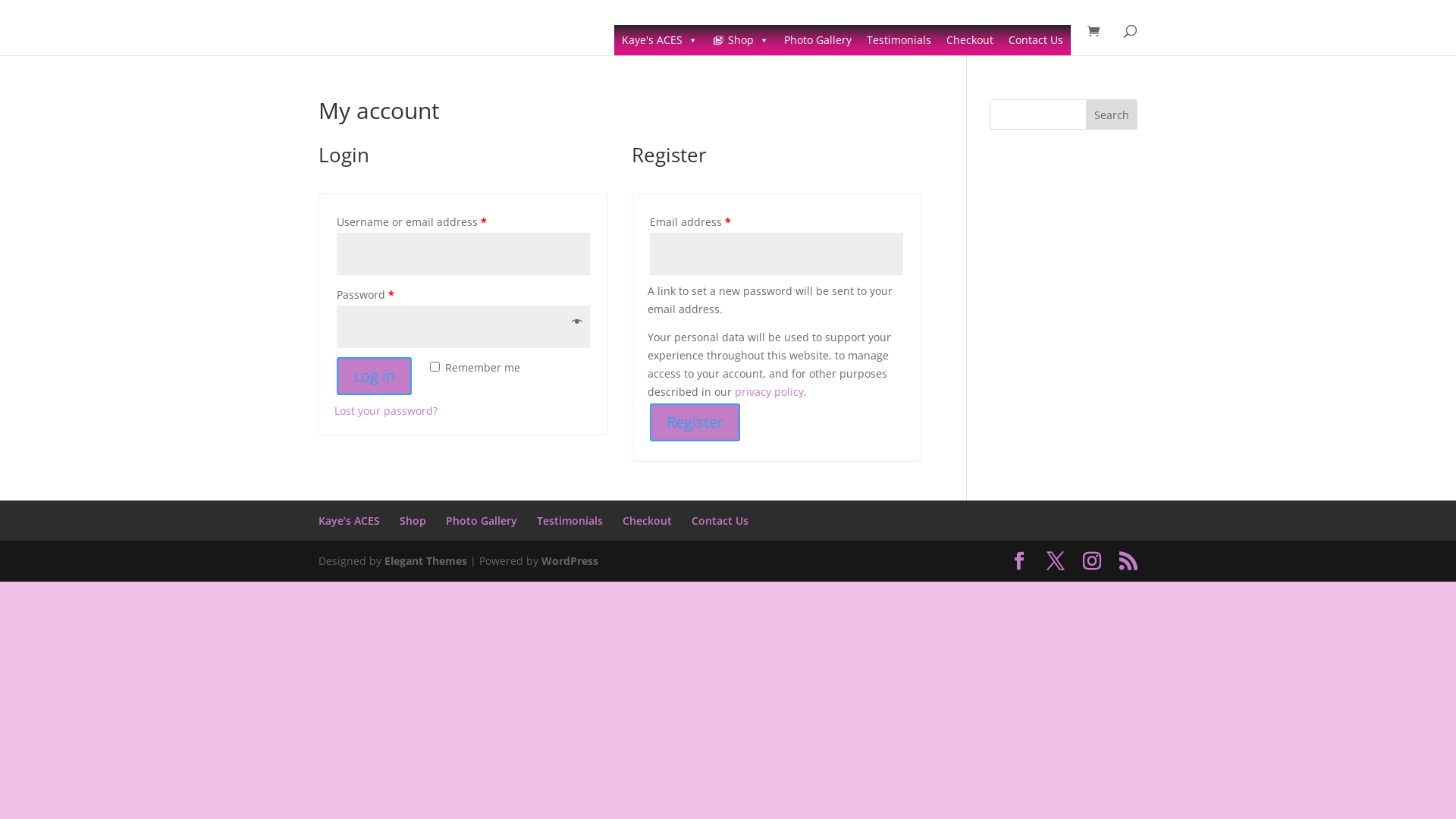 The width and height of the screenshot is (1456, 819). I want to click on 'privacy policy', so click(769, 391).